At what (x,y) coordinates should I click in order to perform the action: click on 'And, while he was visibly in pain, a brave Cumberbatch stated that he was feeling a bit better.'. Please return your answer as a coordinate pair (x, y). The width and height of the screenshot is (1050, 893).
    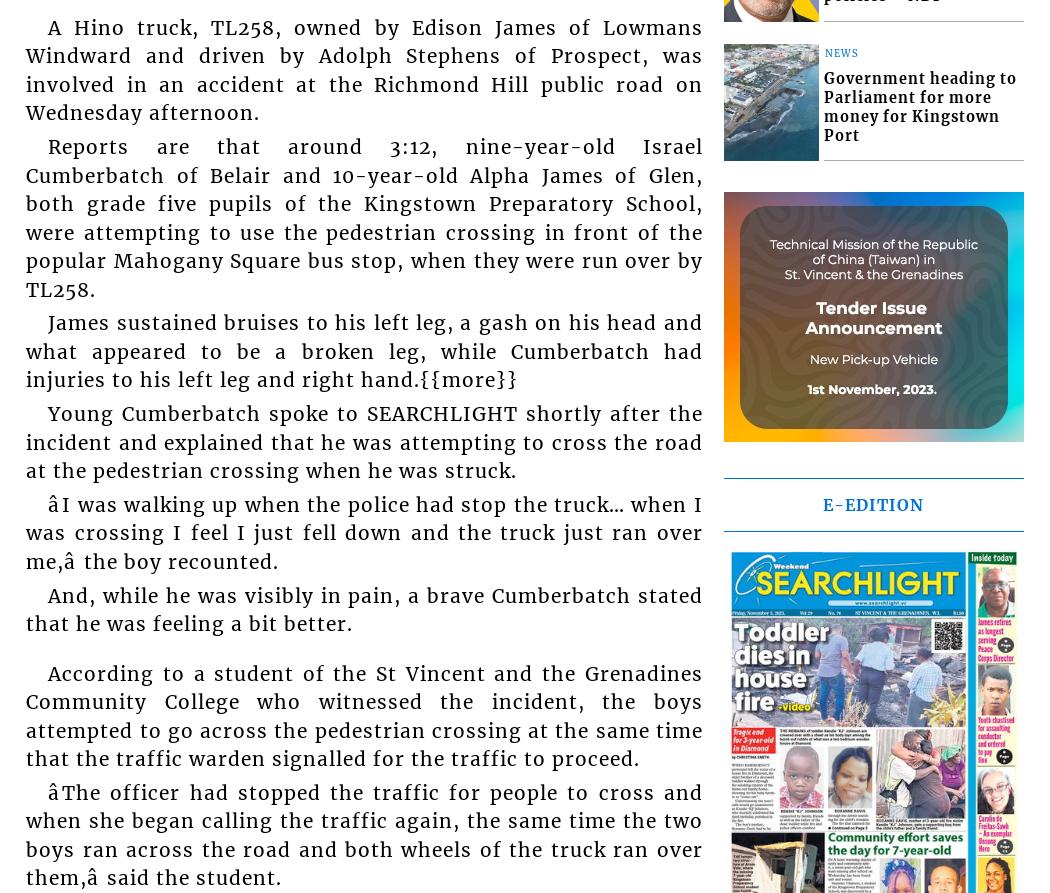
    Looking at the image, I should click on (363, 609).